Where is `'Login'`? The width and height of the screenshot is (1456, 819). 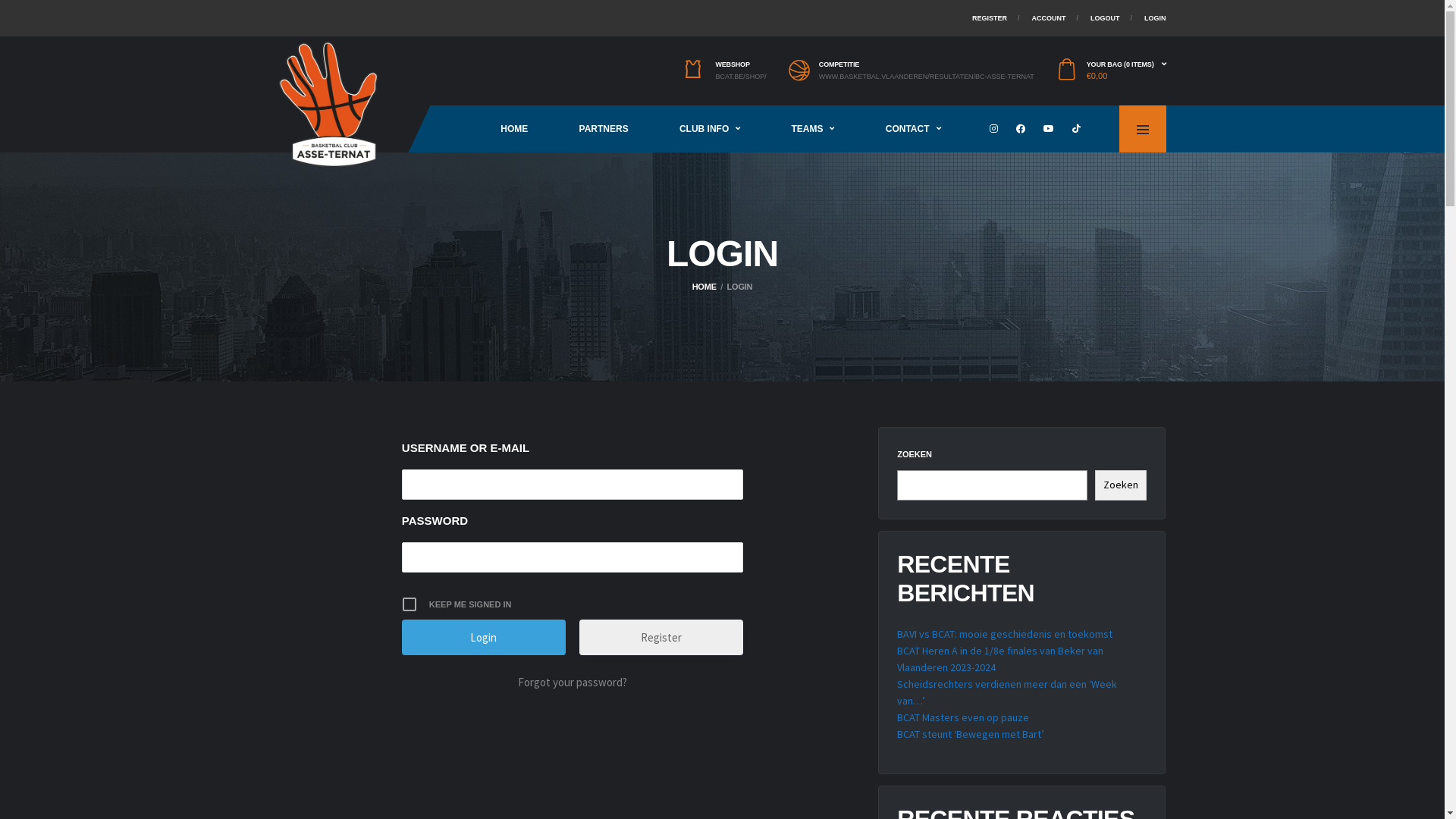
'Login' is located at coordinates (483, 637).